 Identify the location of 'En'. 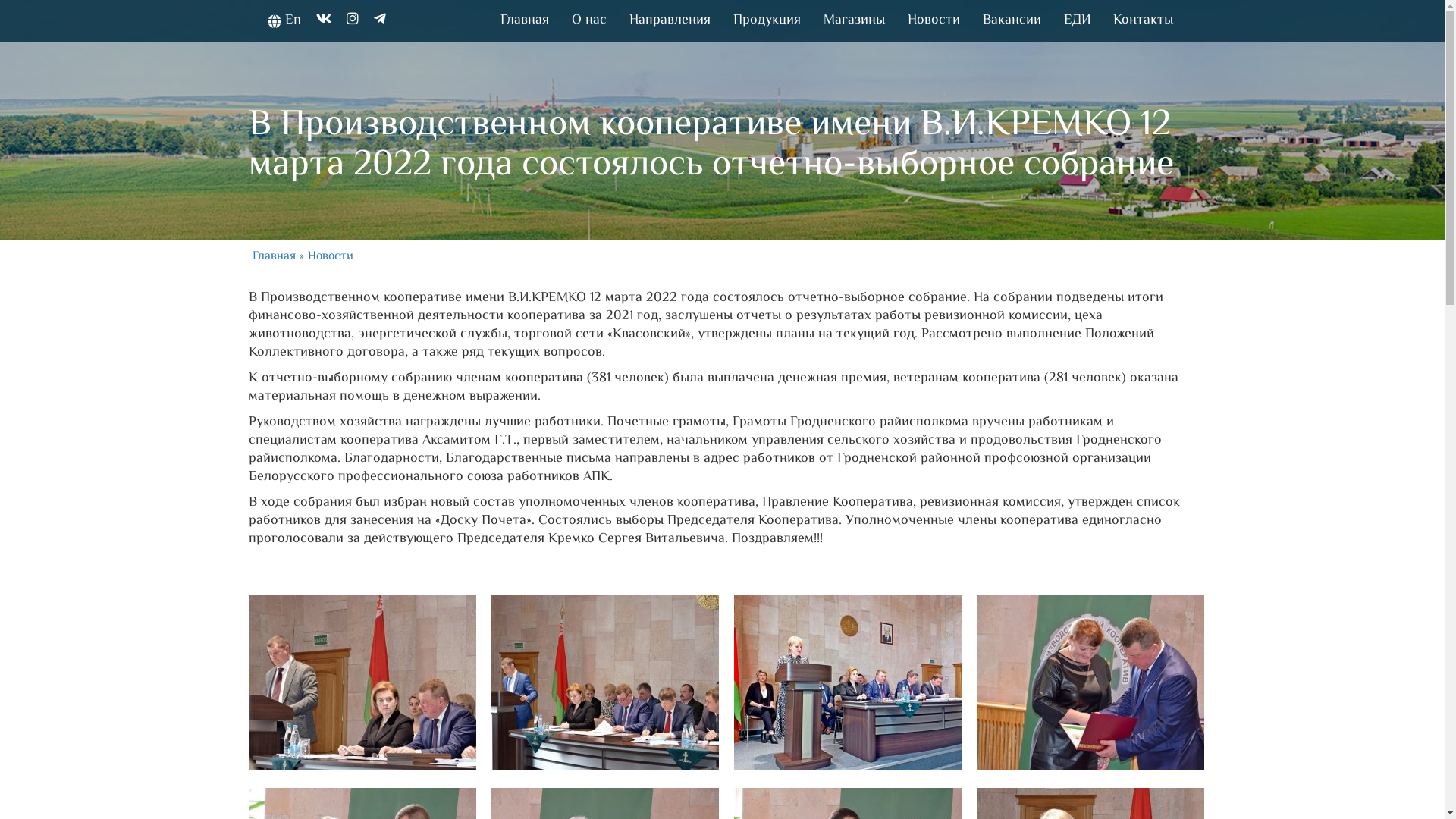
(284, 20).